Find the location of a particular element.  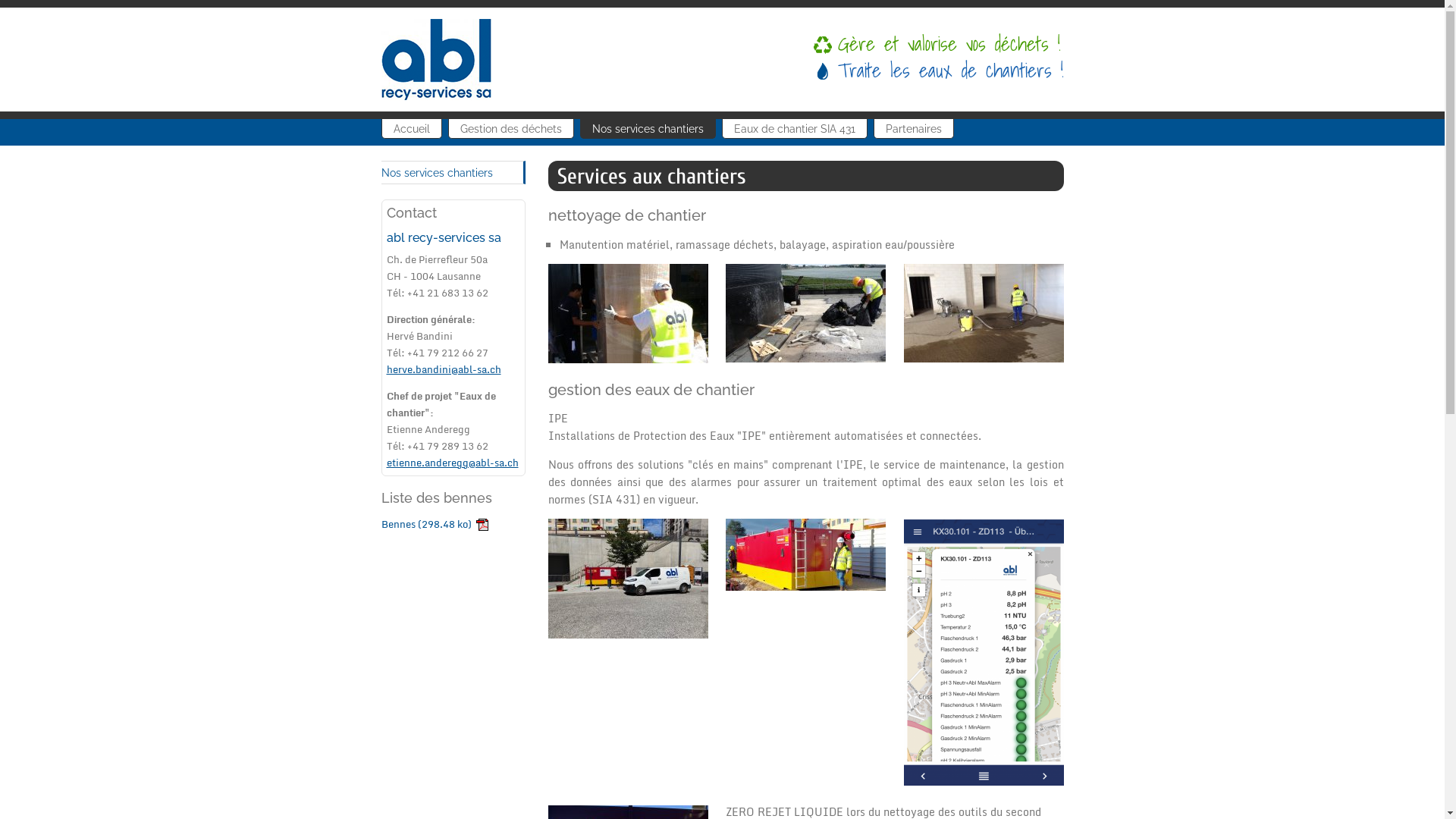

'Eaux de chantier SIA 431' is located at coordinates (793, 127).